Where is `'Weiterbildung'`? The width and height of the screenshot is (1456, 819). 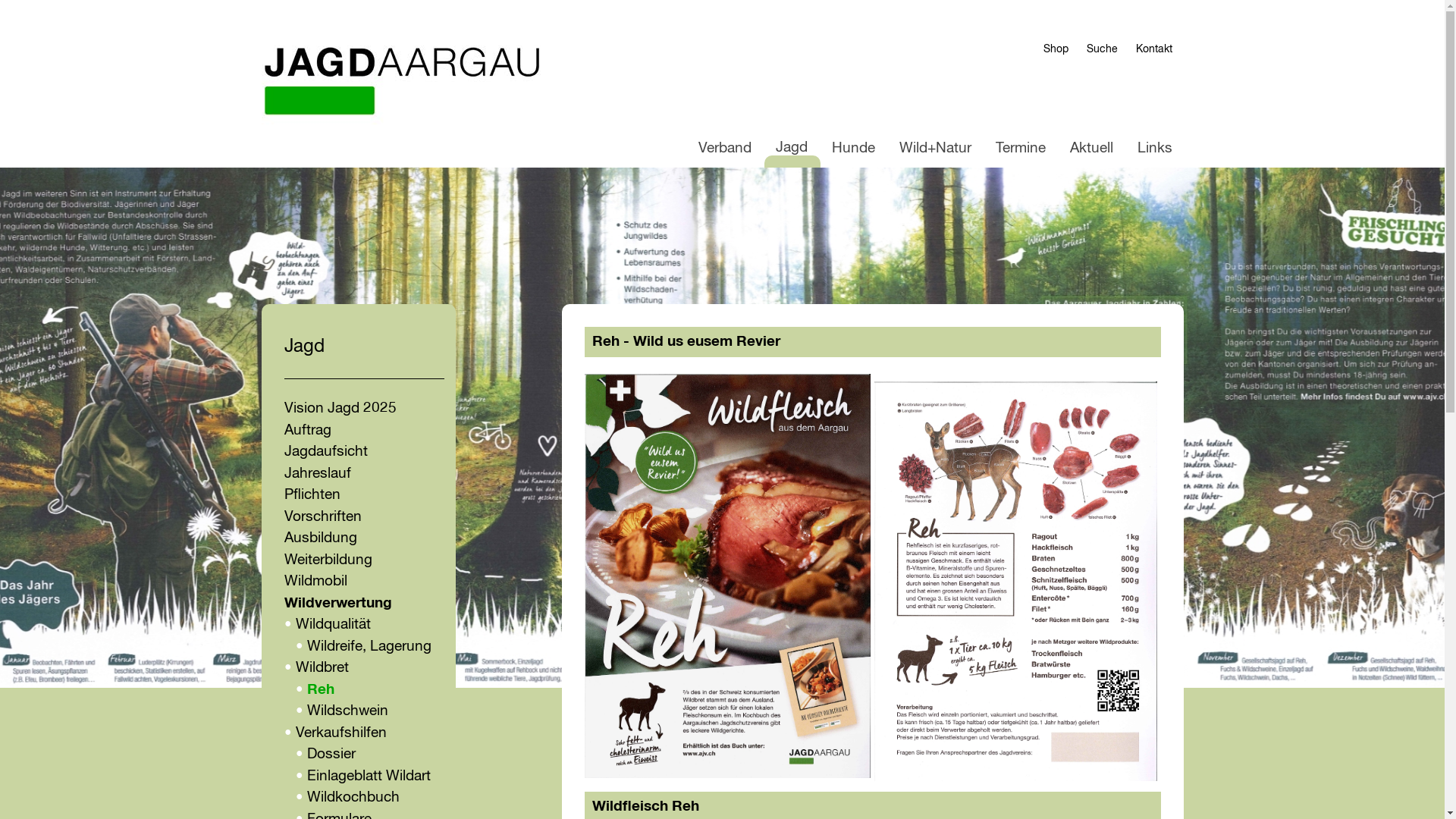
'Weiterbildung' is located at coordinates (327, 560).